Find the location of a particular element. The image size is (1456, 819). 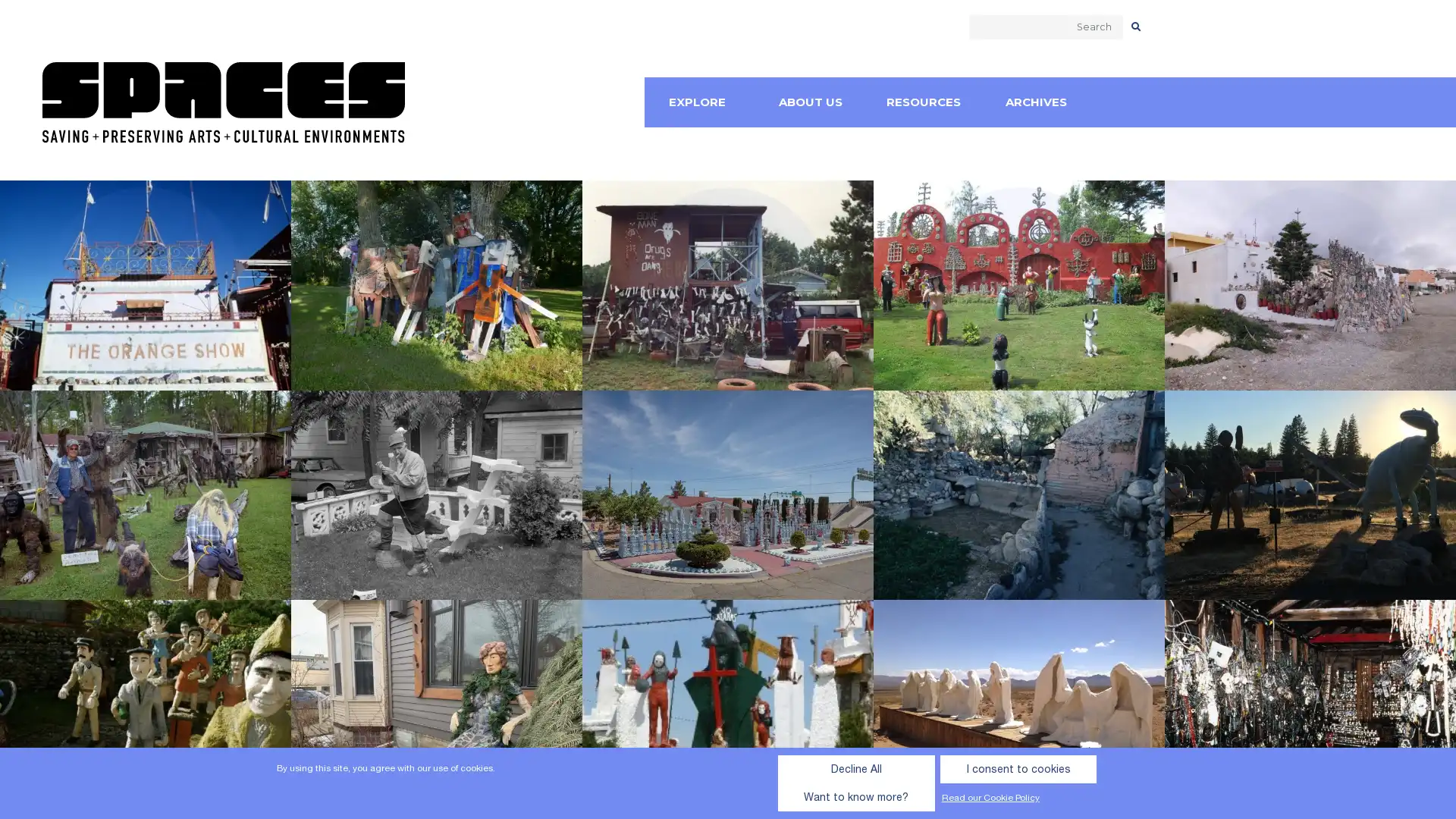

I consent to cookies is located at coordinates (870, 796).